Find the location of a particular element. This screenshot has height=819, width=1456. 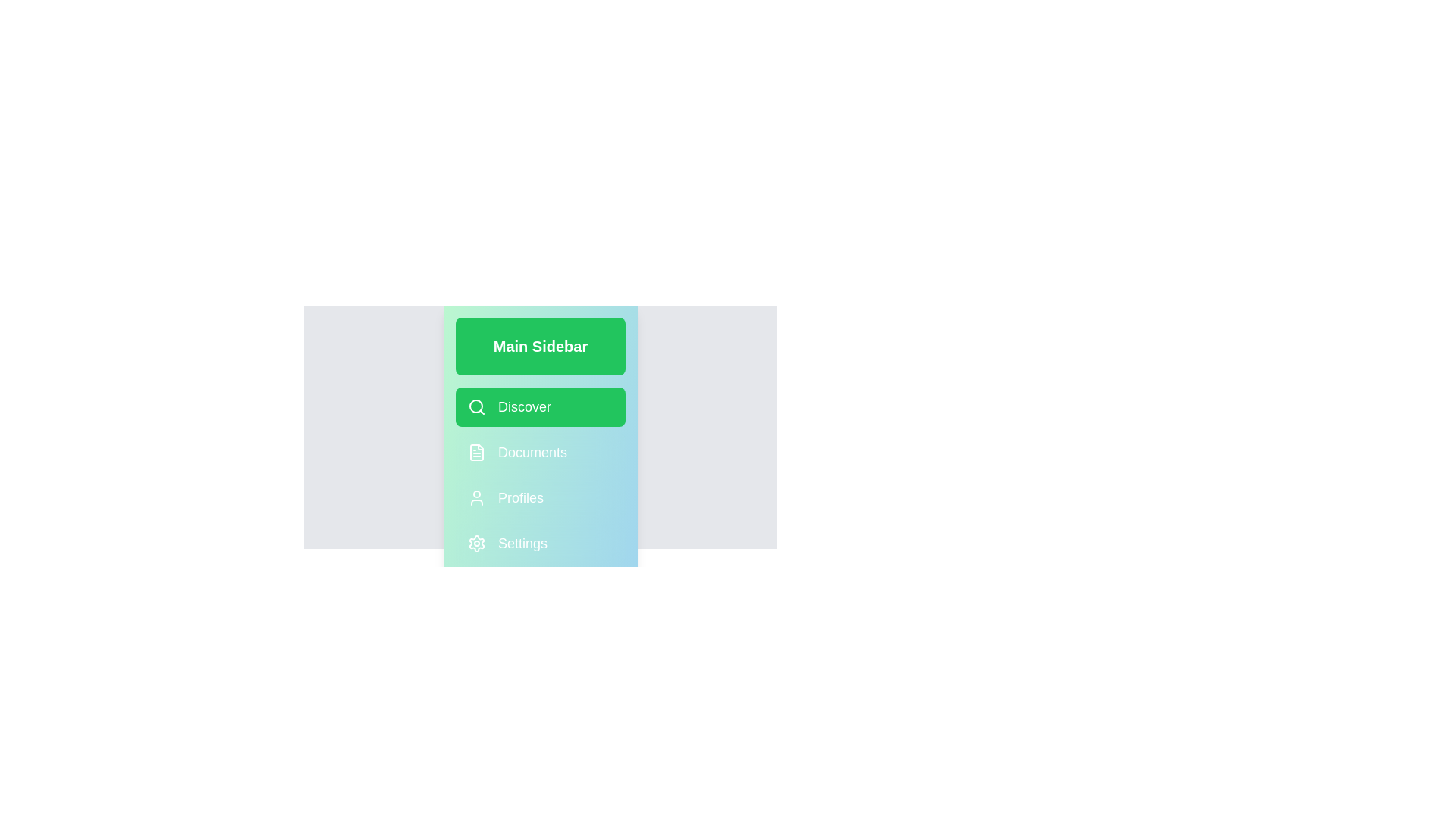

the 'Profiles' icon located in the sidebar menu, which visually represents the 'Profiles' section and is positioned to the left of the text 'Profiles' is located at coordinates (475, 497).